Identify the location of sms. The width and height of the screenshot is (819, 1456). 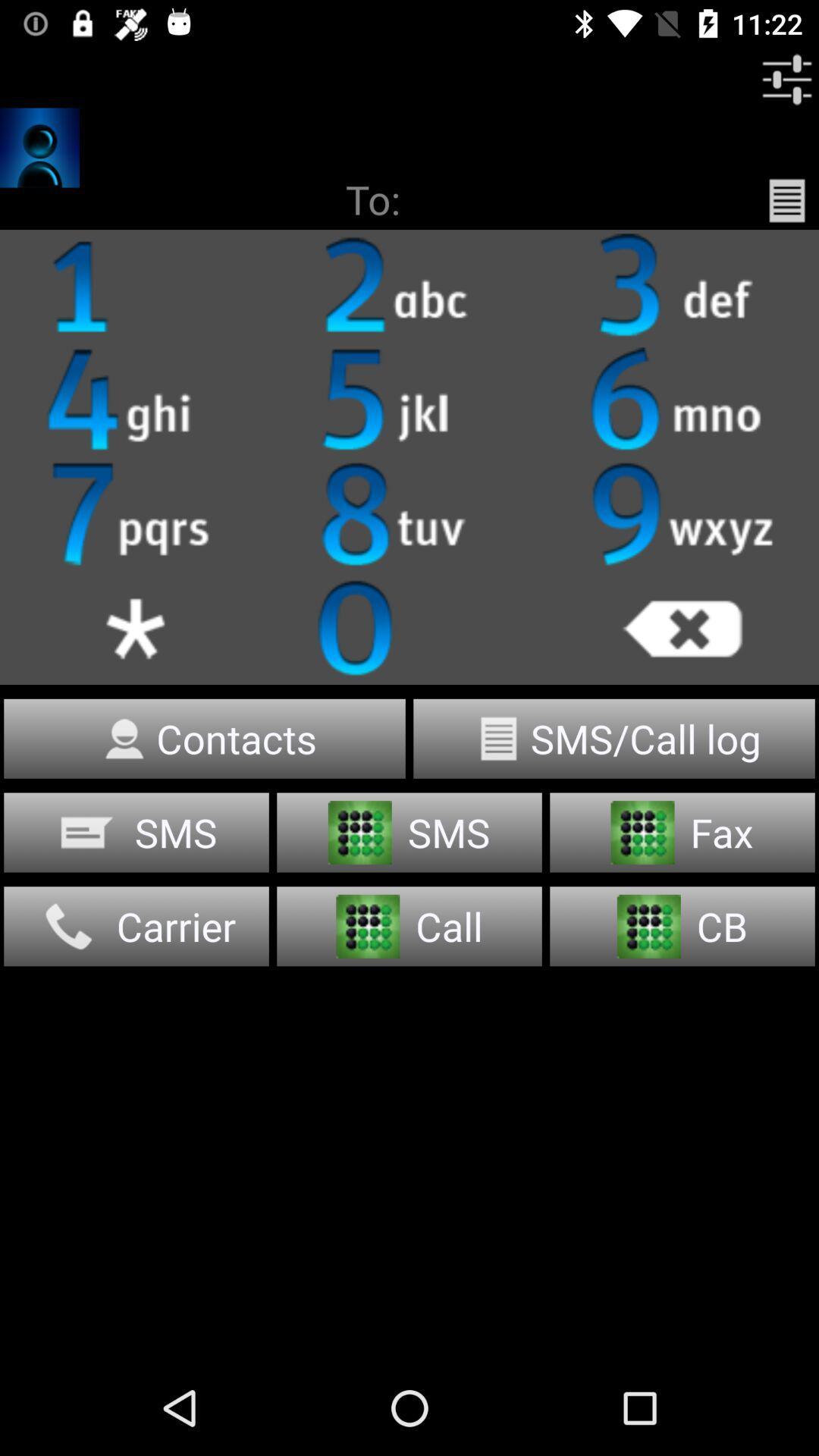
(136, 832).